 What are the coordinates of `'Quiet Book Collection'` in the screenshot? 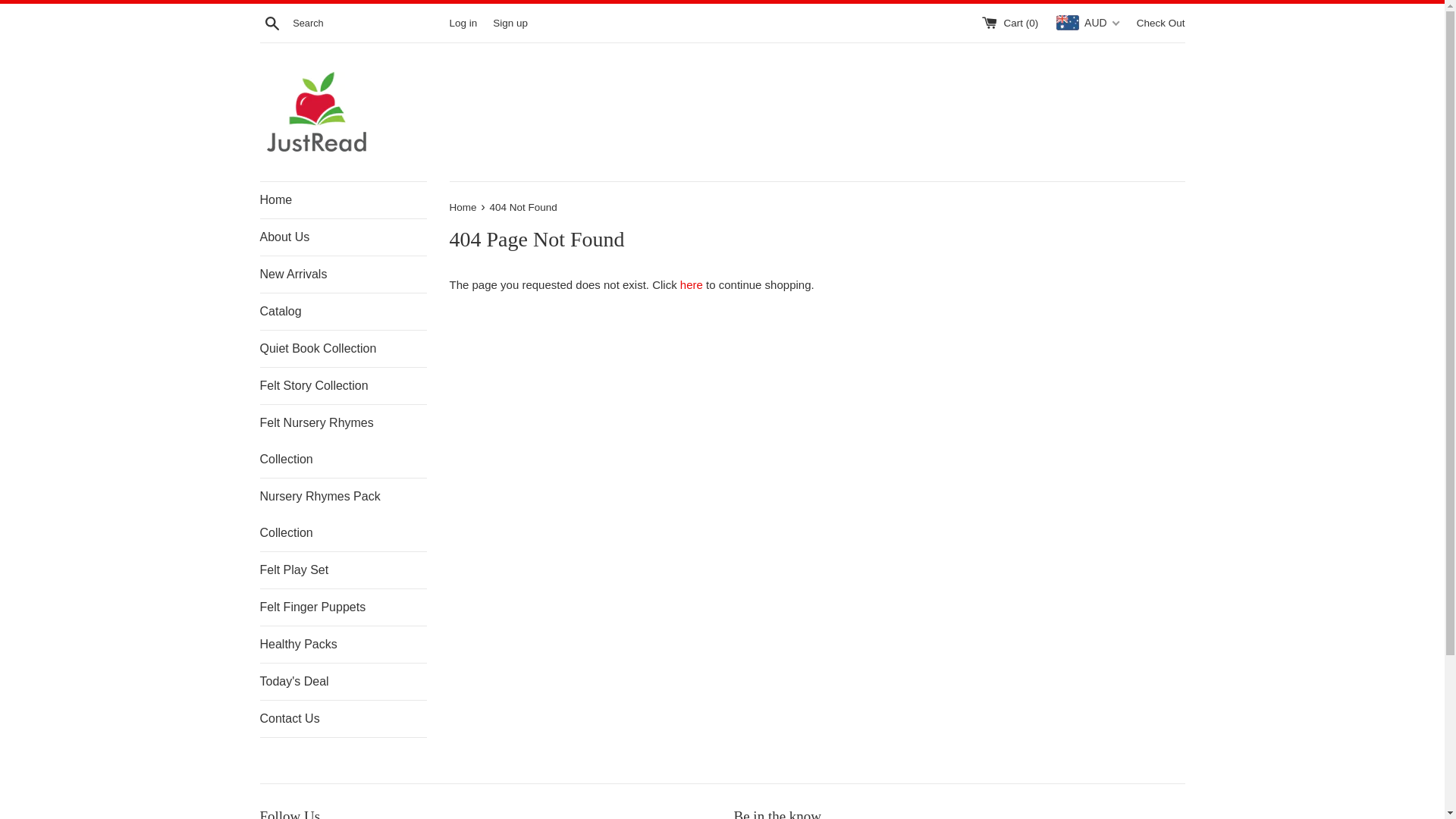 It's located at (341, 348).